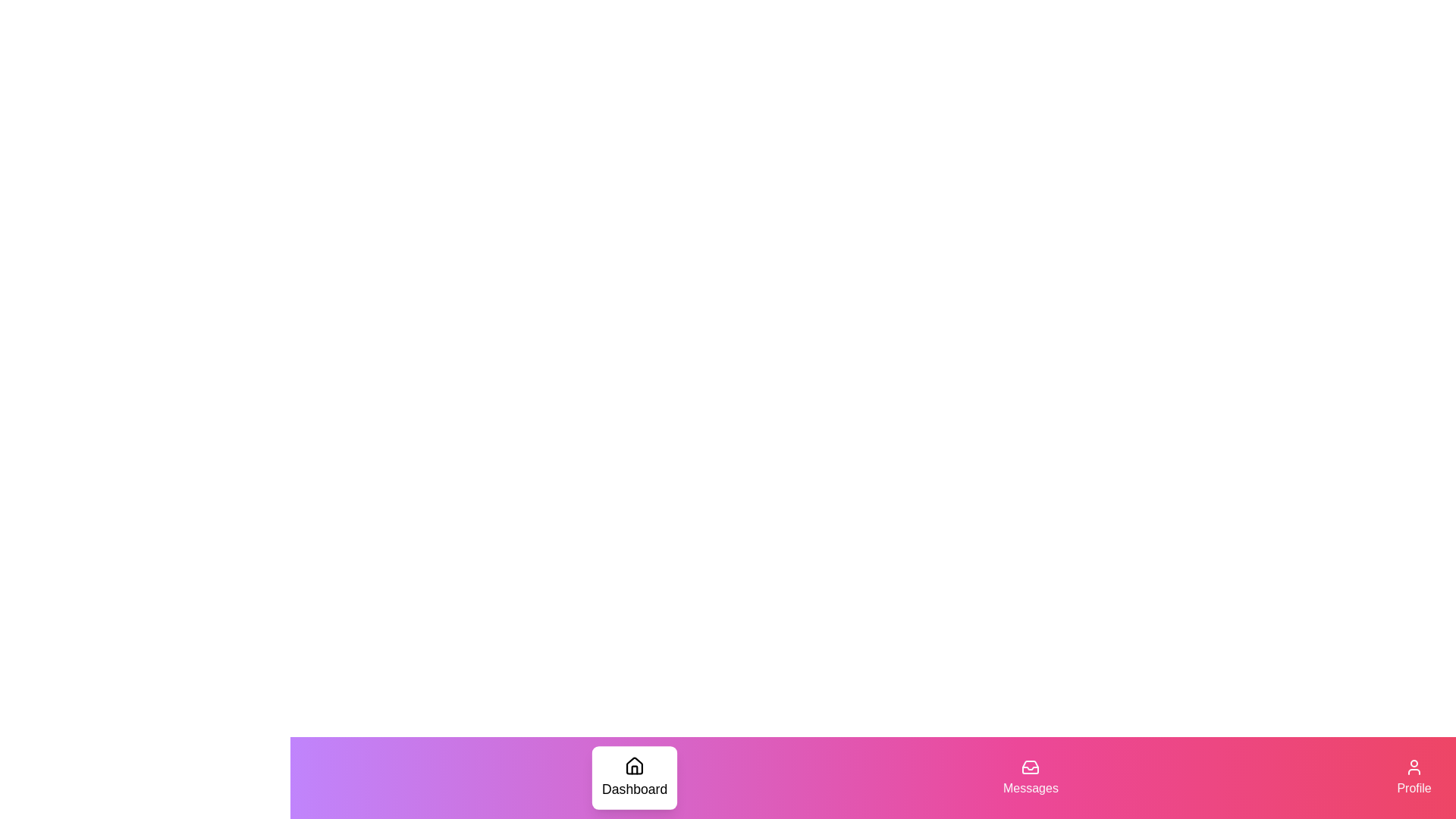 The width and height of the screenshot is (1456, 819). What do you see at coordinates (635, 778) in the screenshot?
I see `the tab labeled Dashboard in the bottom navigation bar` at bounding box center [635, 778].